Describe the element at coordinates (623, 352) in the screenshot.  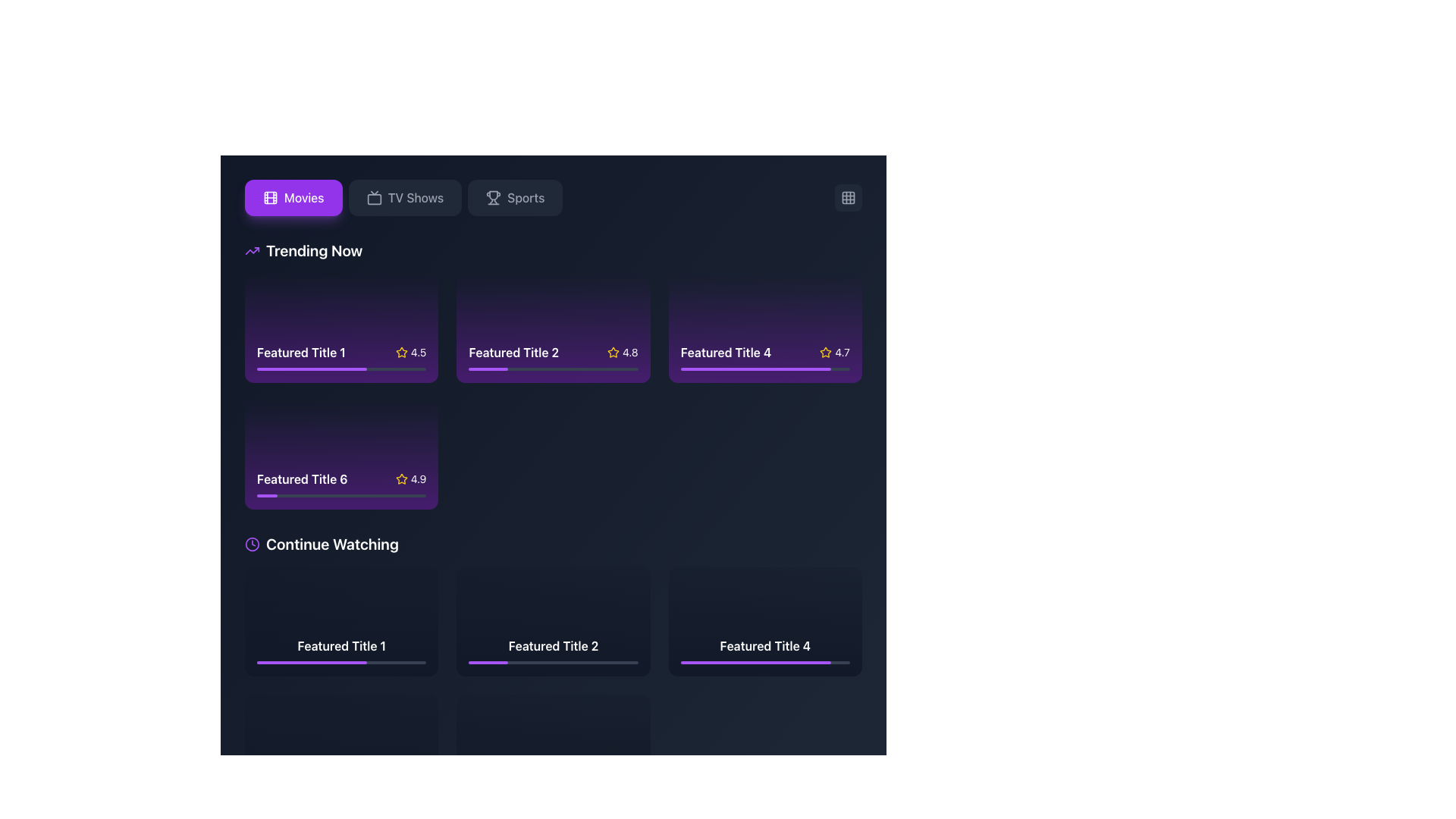
I see `the static text element displaying '4.8' that is styled in white text and located next to a star icon, representing a rating, on the top right of the card for 'Featured Title 2'` at that location.